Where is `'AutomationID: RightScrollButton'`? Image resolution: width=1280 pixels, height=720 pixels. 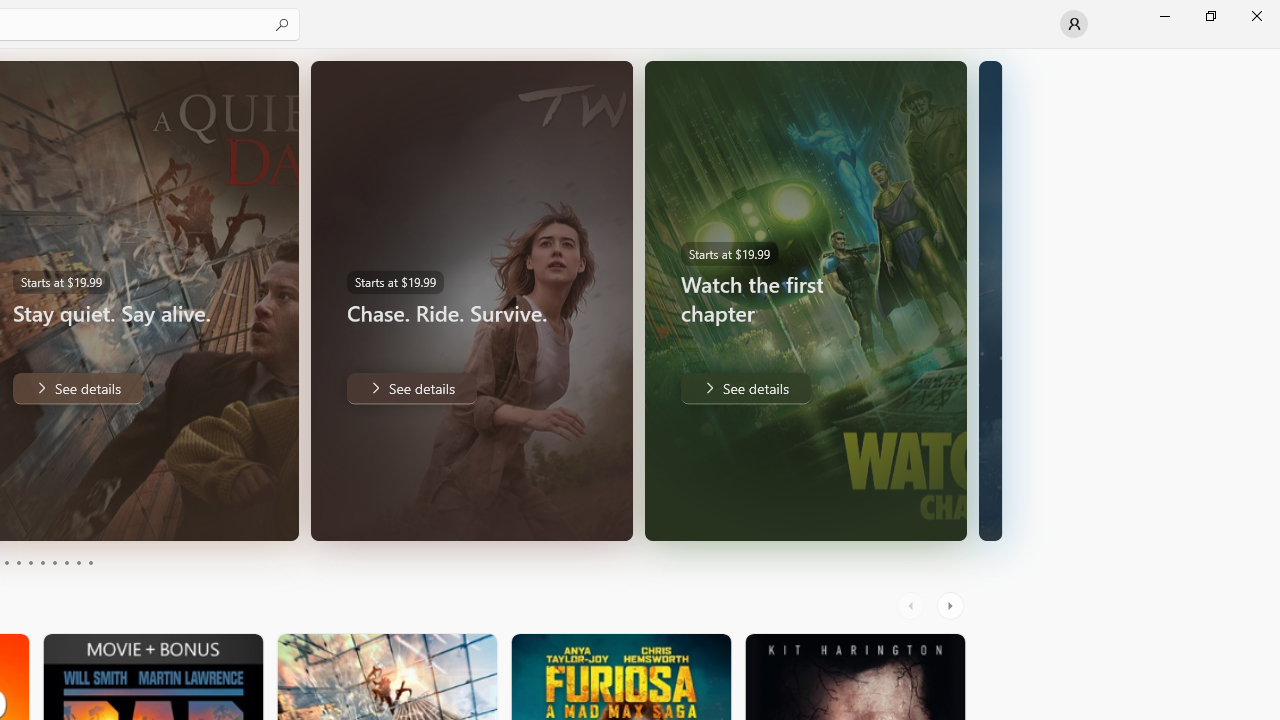 'AutomationID: RightScrollButton' is located at coordinates (951, 605).